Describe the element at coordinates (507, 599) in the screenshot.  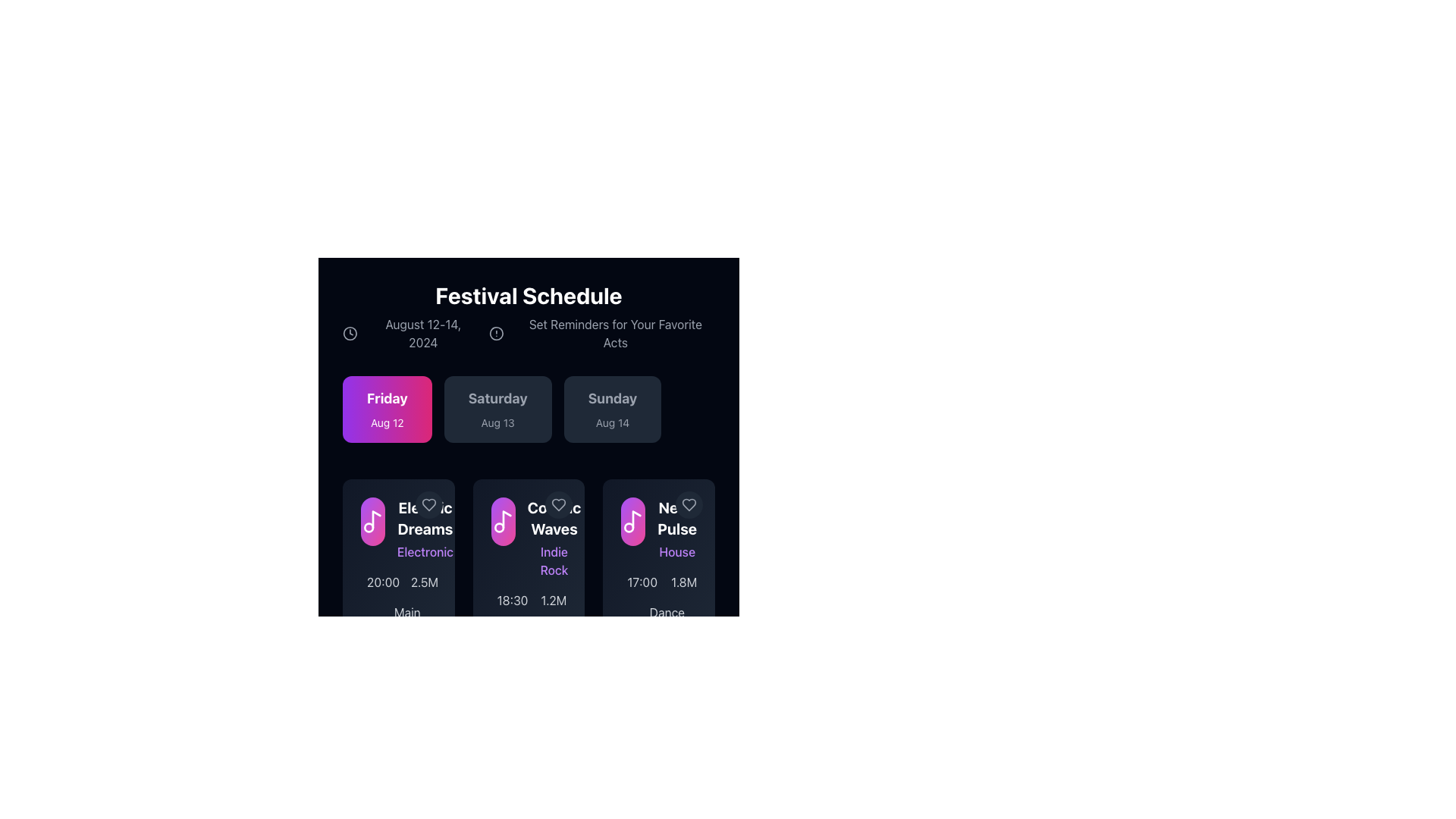
I see `the label displaying the time '18:30' which is styled in gray, positioned below the title and description for 'Co Waves', and adjacent to a clock icon` at that location.